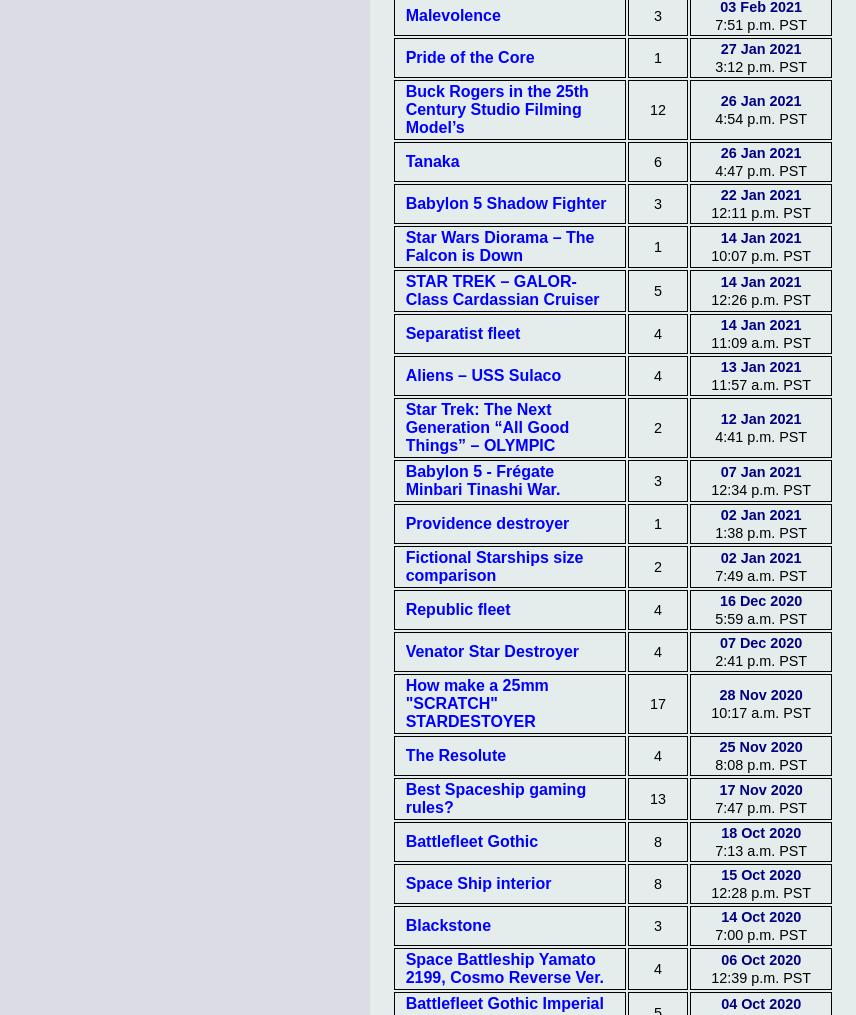 Image resolution: width=856 pixels, height=1015 pixels. What do you see at coordinates (759, 193) in the screenshot?
I see `'22 Jan 2021'` at bounding box center [759, 193].